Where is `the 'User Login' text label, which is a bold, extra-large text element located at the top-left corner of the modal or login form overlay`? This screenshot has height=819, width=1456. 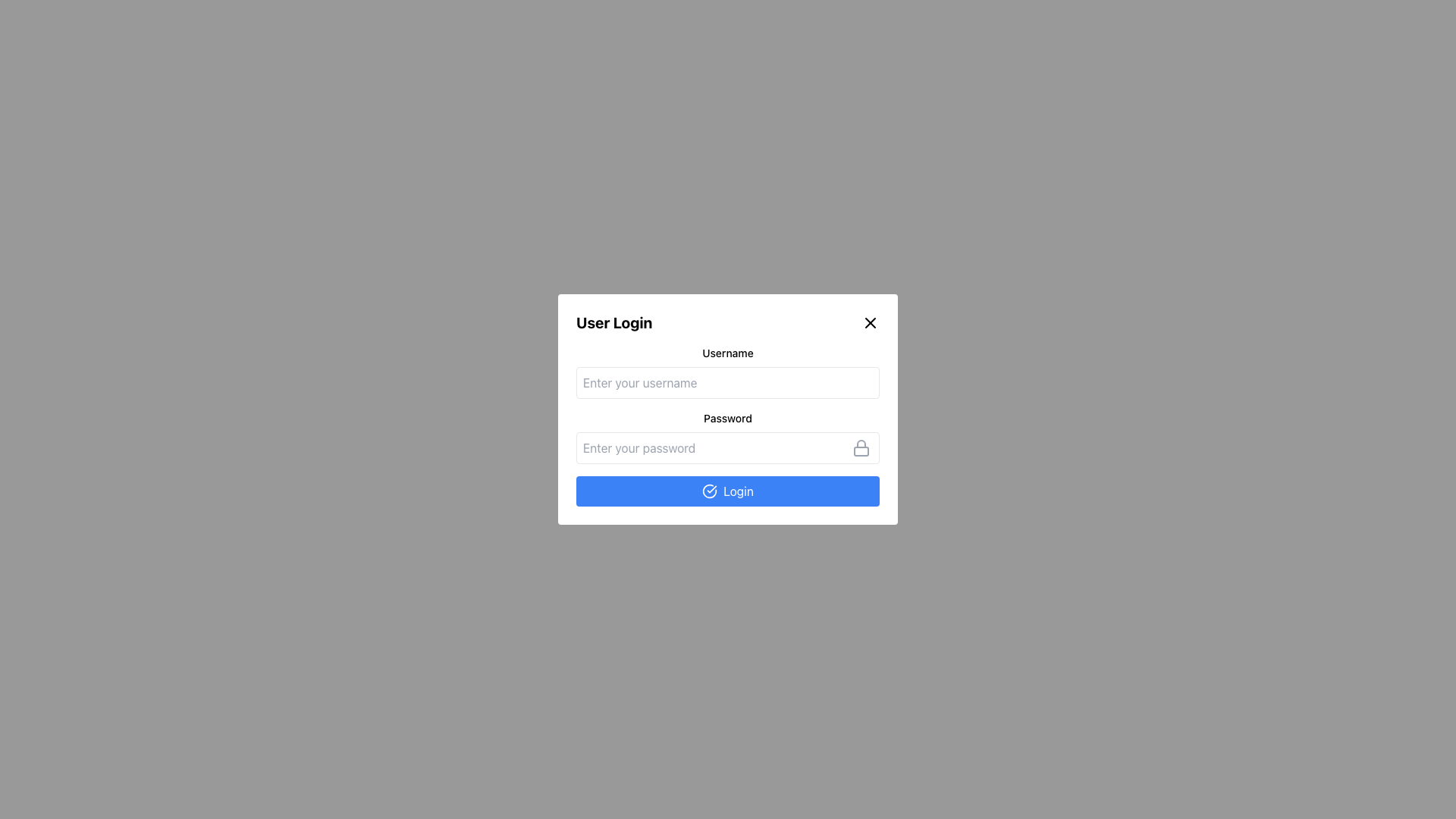 the 'User Login' text label, which is a bold, extra-large text element located at the top-left corner of the modal or login form overlay is located at coordinates (614, 322).